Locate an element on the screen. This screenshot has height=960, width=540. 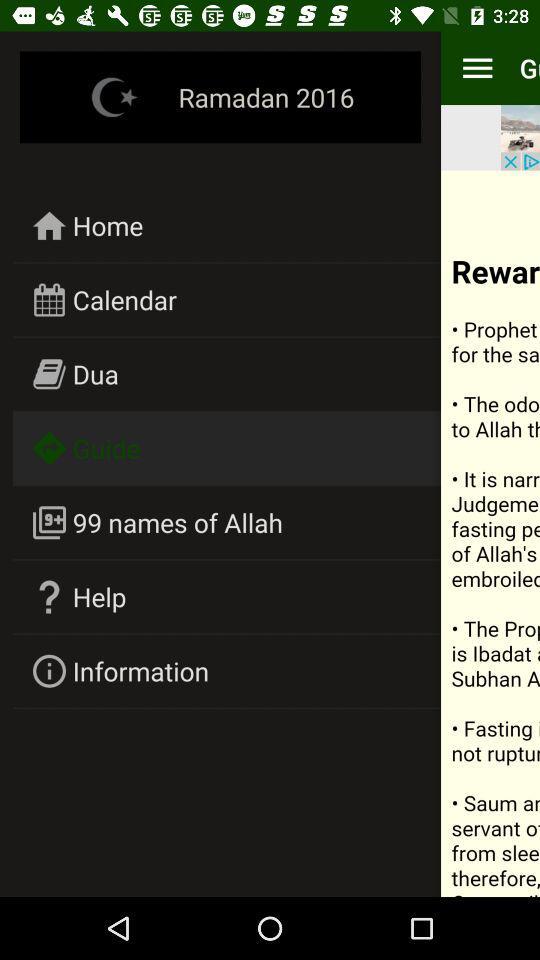
menu bar is located at coordinates (476, 68).